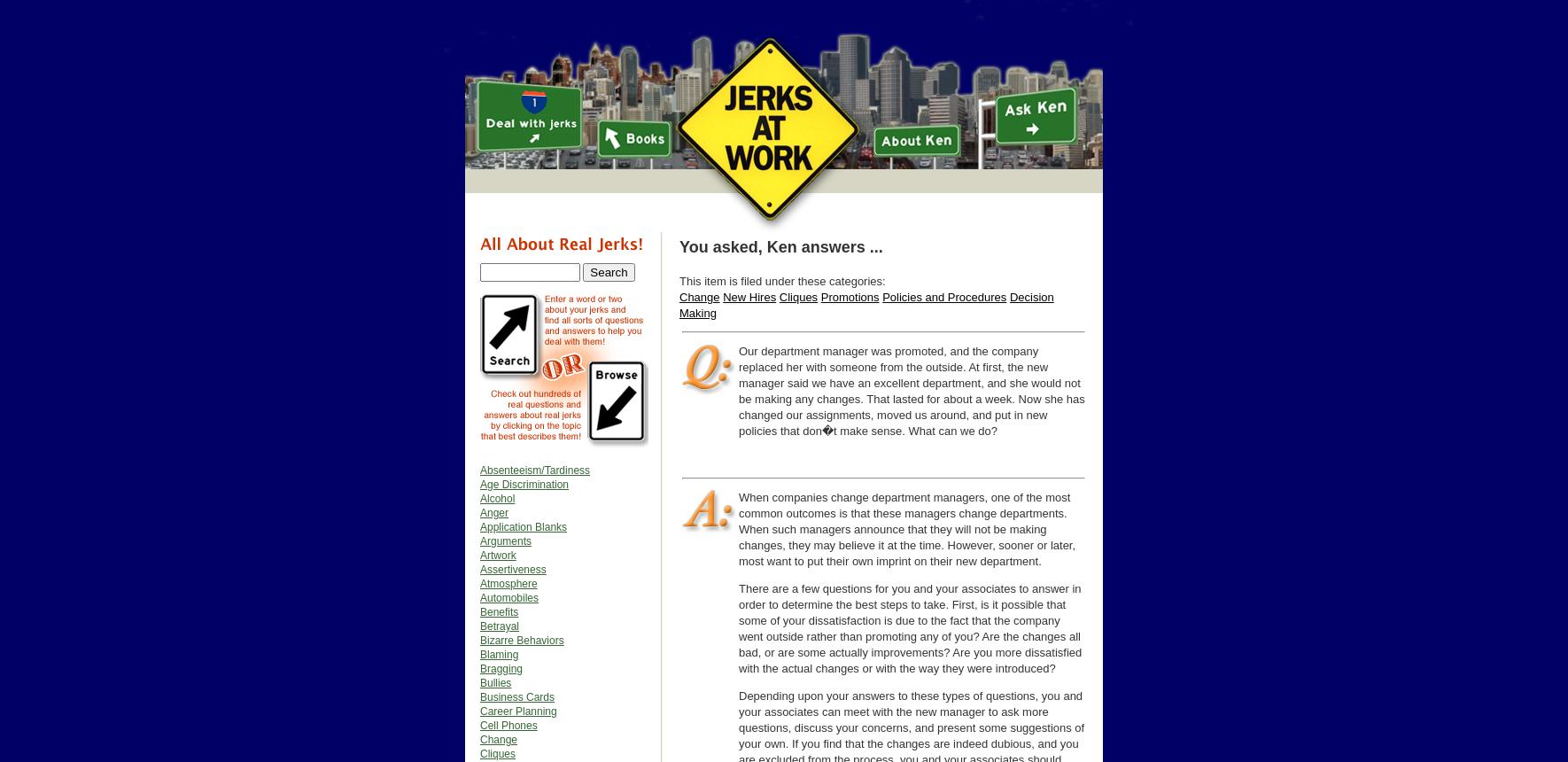 The height and width of the screenshot is (762, 1568). Describe the element at coordinates (865, 305) in the screenshot. I see `'Decision Making'` at that location.